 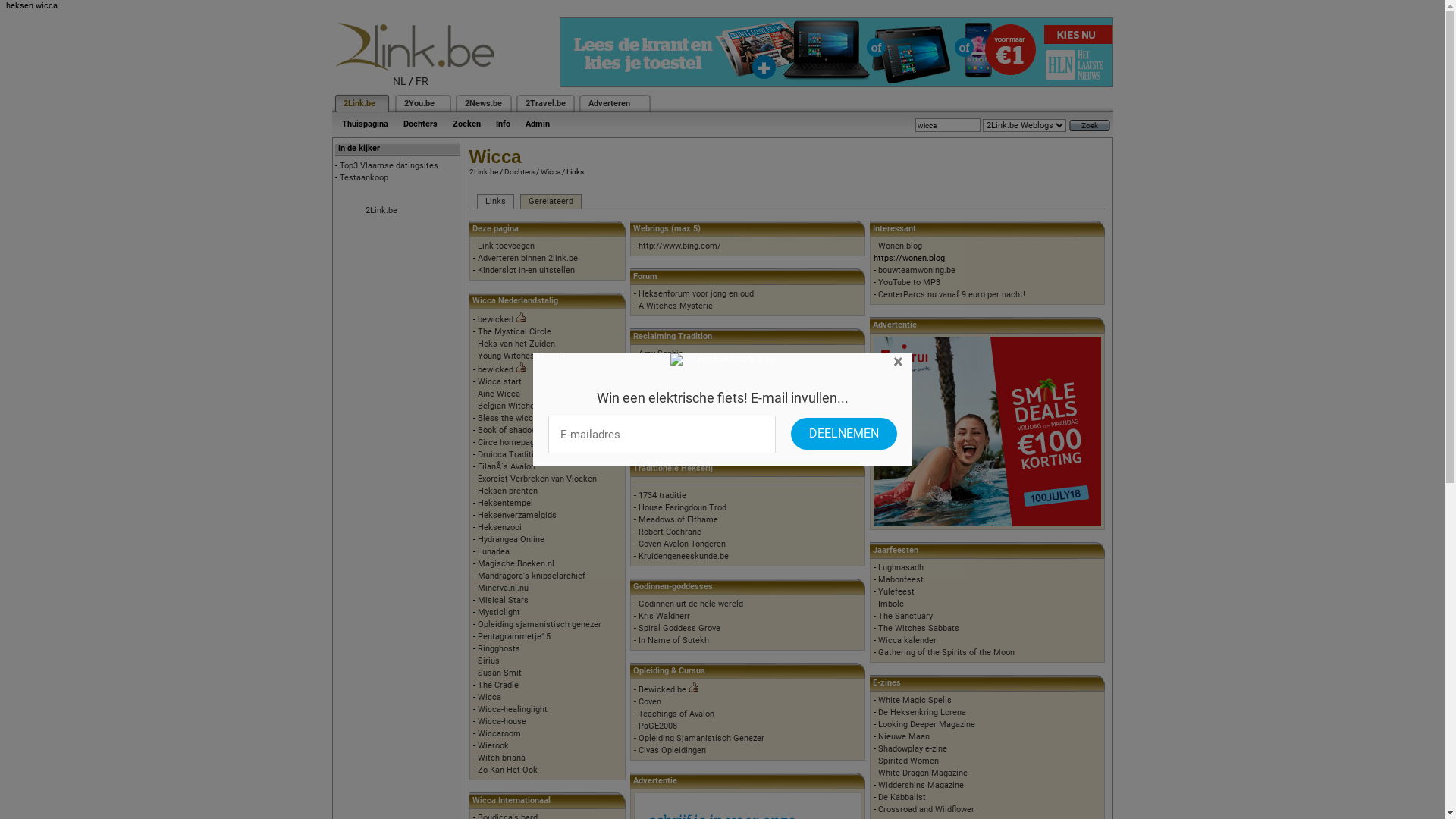 What do you see at coordinates (550, 201) in the screenshot?
I see `'Gerelateerd'` at bounding box center [550, 201].